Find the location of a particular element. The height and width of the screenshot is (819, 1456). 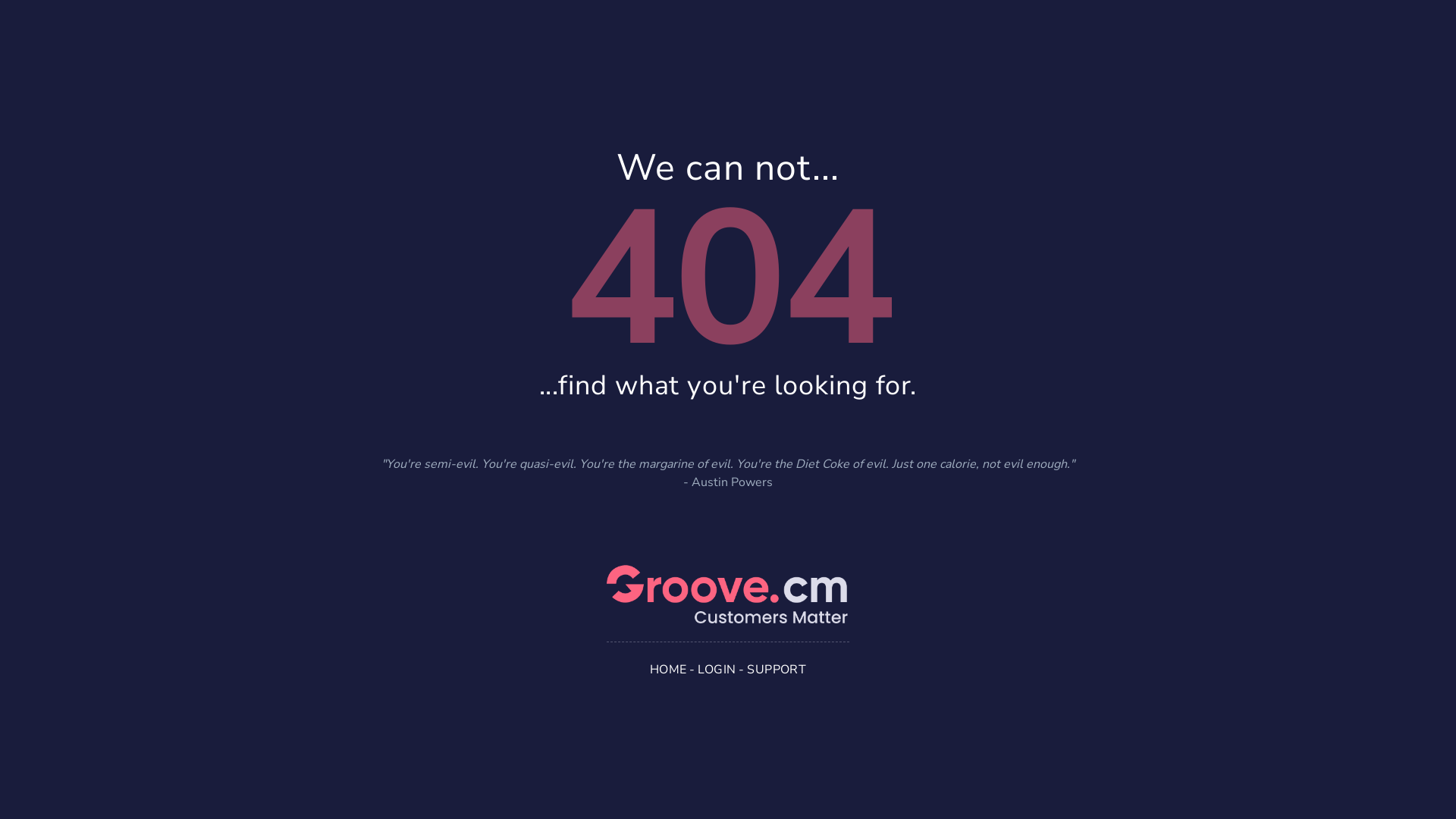

'LOGIN' is located at coordinates (716, 669).